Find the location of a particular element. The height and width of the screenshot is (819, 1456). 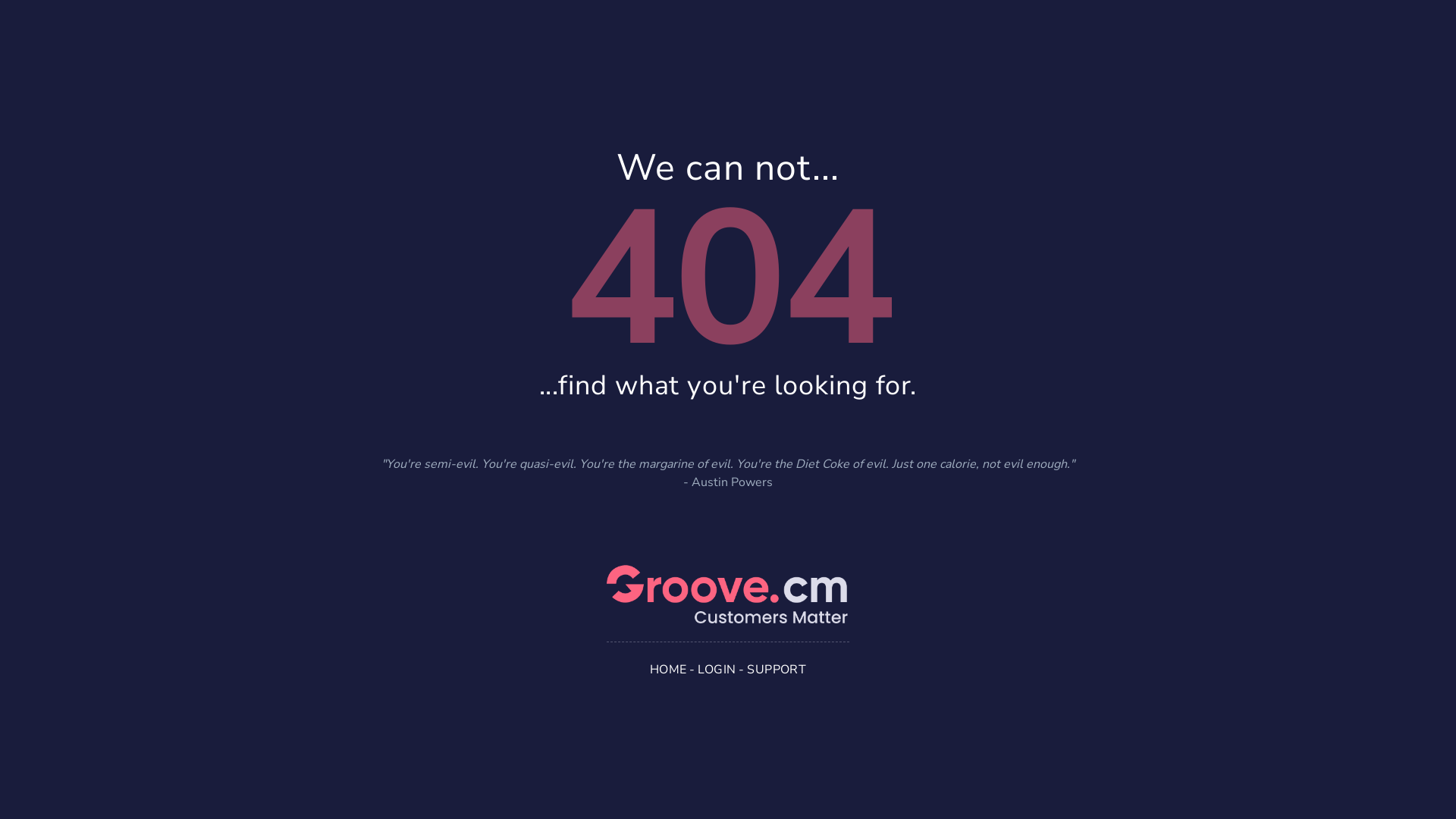

'LOGIN' is located at coordinates (716, 669).